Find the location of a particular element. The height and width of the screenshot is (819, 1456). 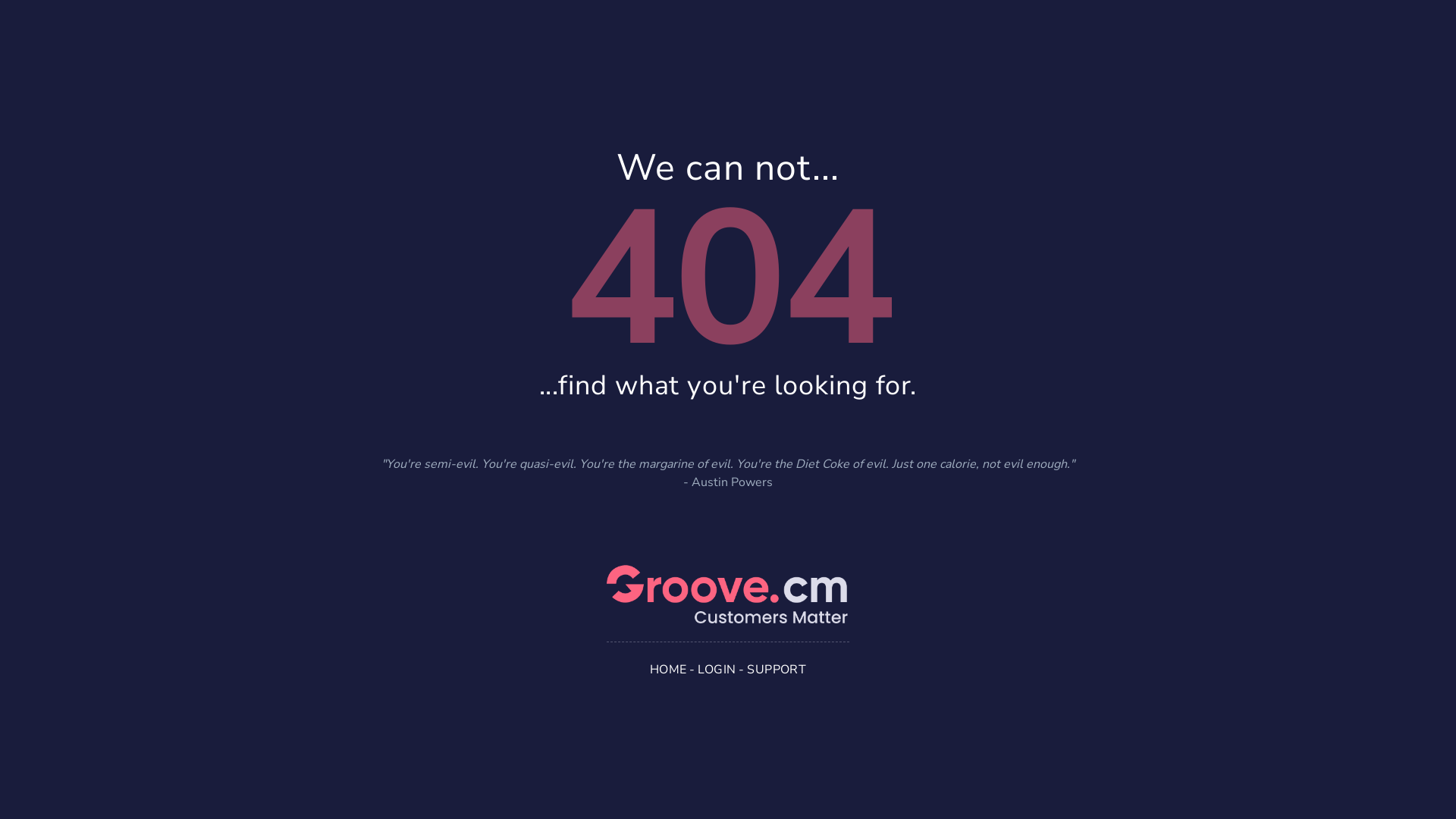

'LOGIN' is located at coordinates (716, 669).